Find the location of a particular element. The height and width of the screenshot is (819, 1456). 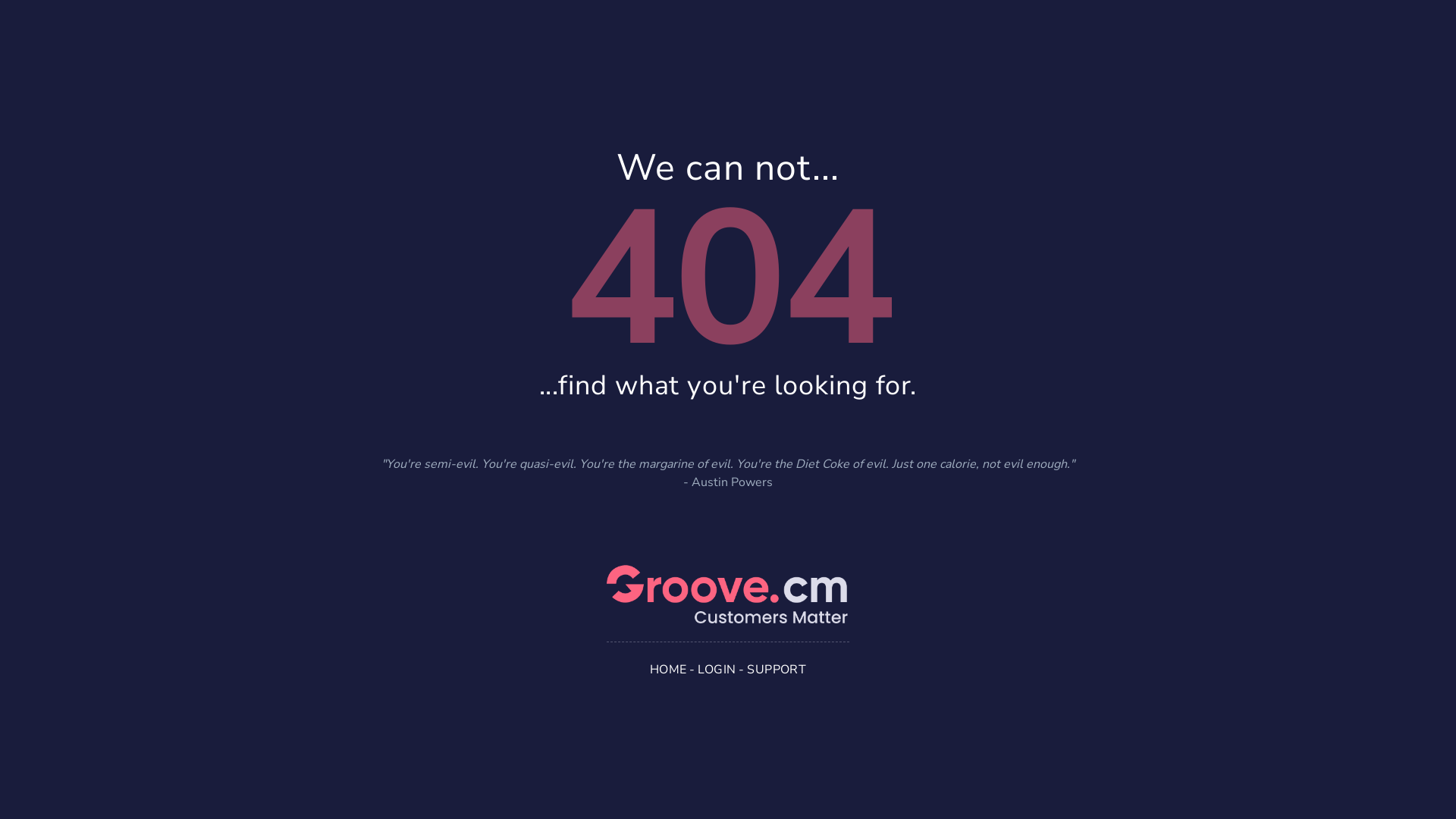

'LOGIN' is located at coordinates (716, 669).